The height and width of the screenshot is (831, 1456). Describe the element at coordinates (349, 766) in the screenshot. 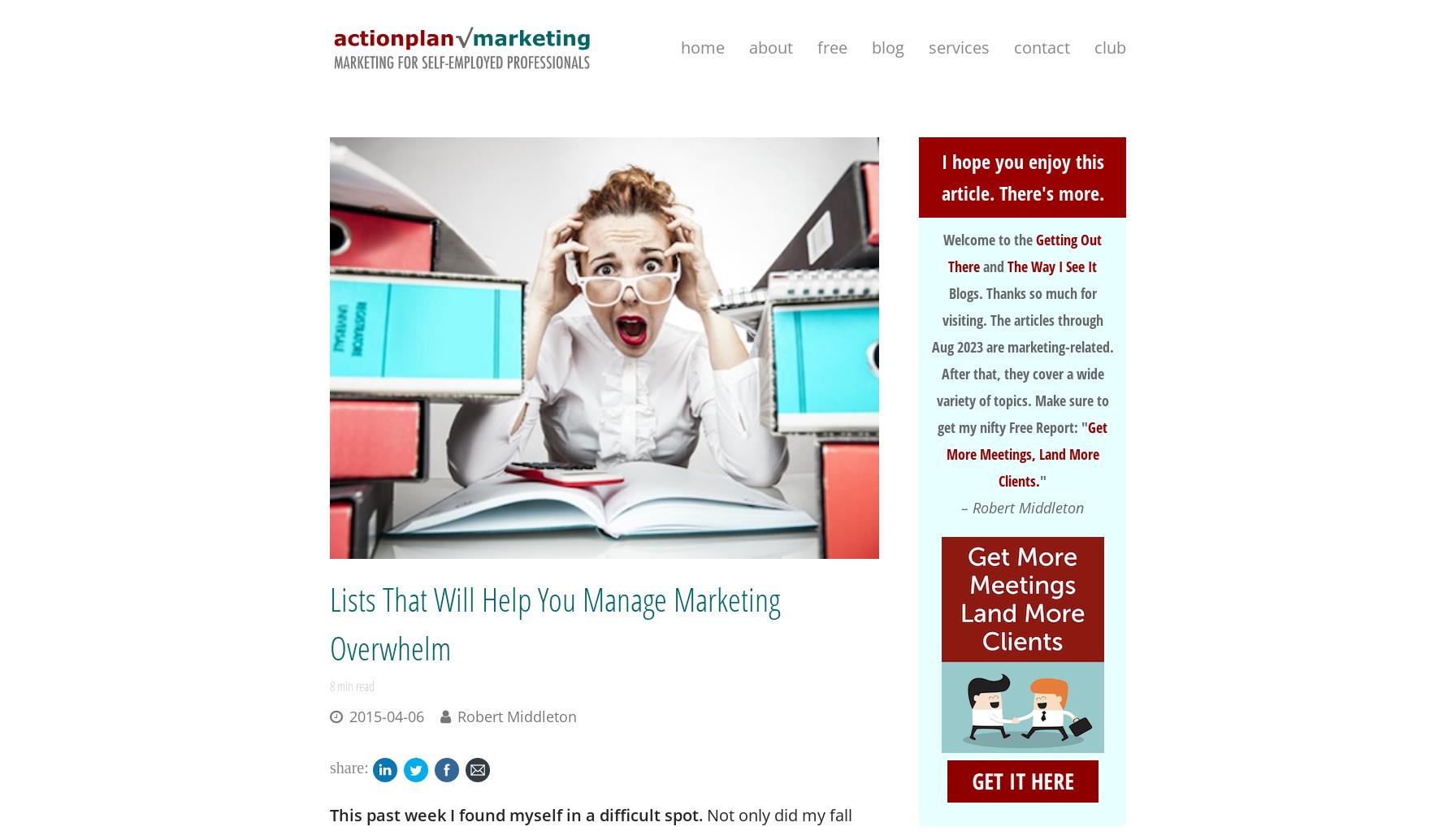

I see `'share:'` at that location.